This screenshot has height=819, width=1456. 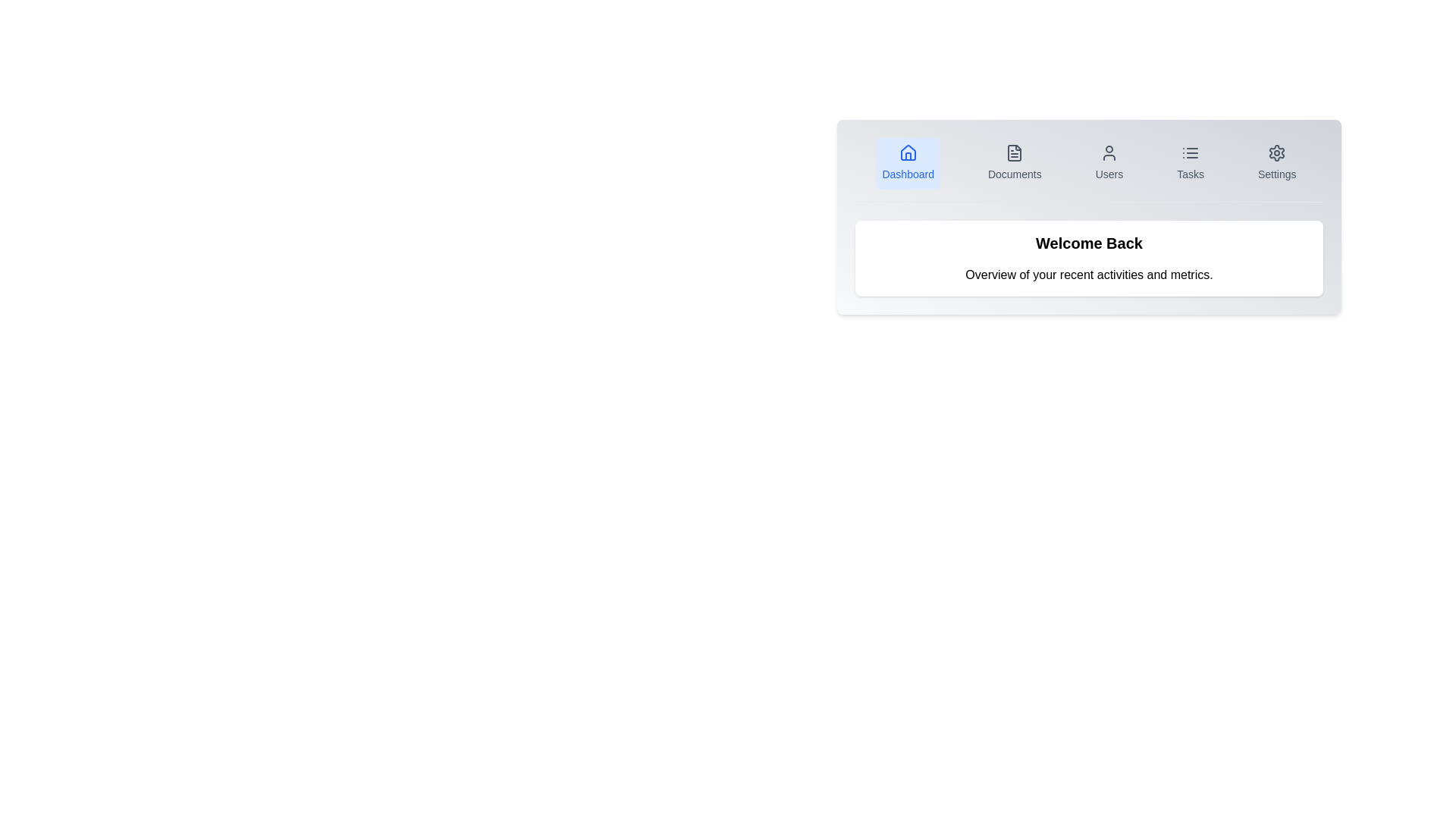 I want to click on the 'Tasks' navigation button icon, which is centered above its text label and is the fourth item in the navigation sequence, so click(x=1189, y=152).